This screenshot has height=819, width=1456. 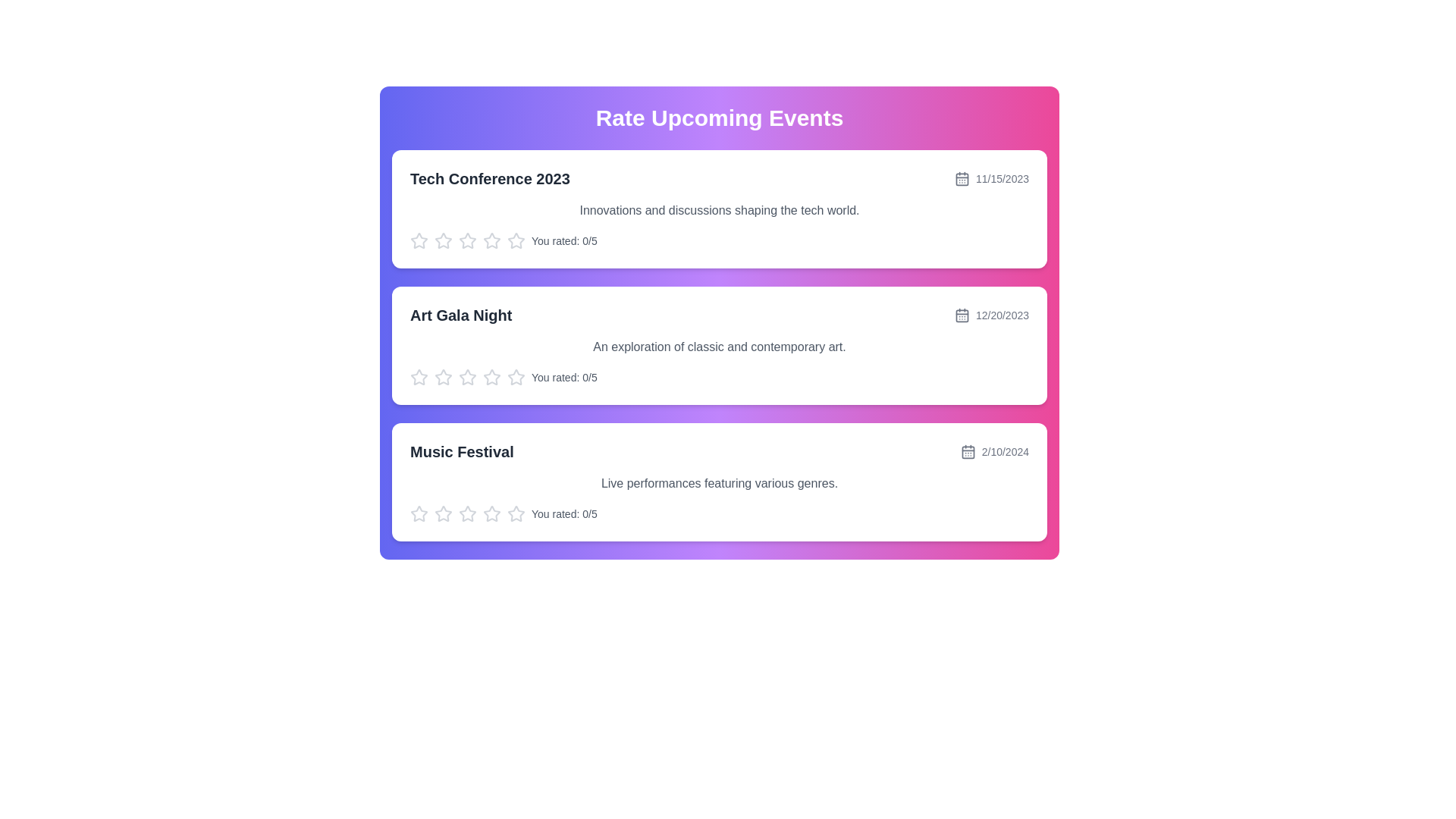 What do you see at coordinates (491, 513) in the screenshot?
I see `the fifth hollow gray star icon` at bounding box center [491, 513].